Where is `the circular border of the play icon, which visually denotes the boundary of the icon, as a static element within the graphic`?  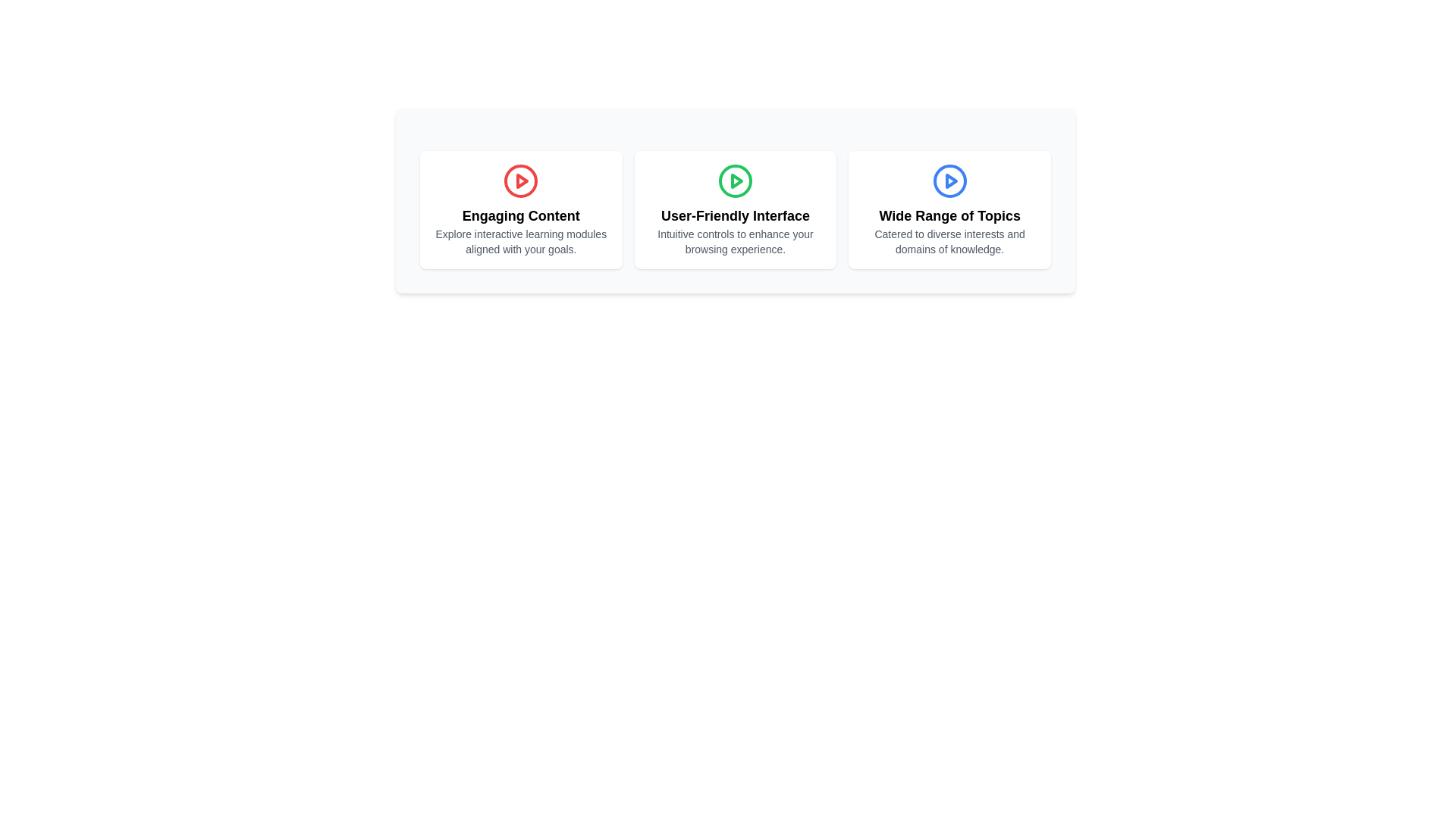
the circular border of the play icon, which visually denotes the boundary of the icon, as a static element within the graphic is located at coordinates (735, 180).